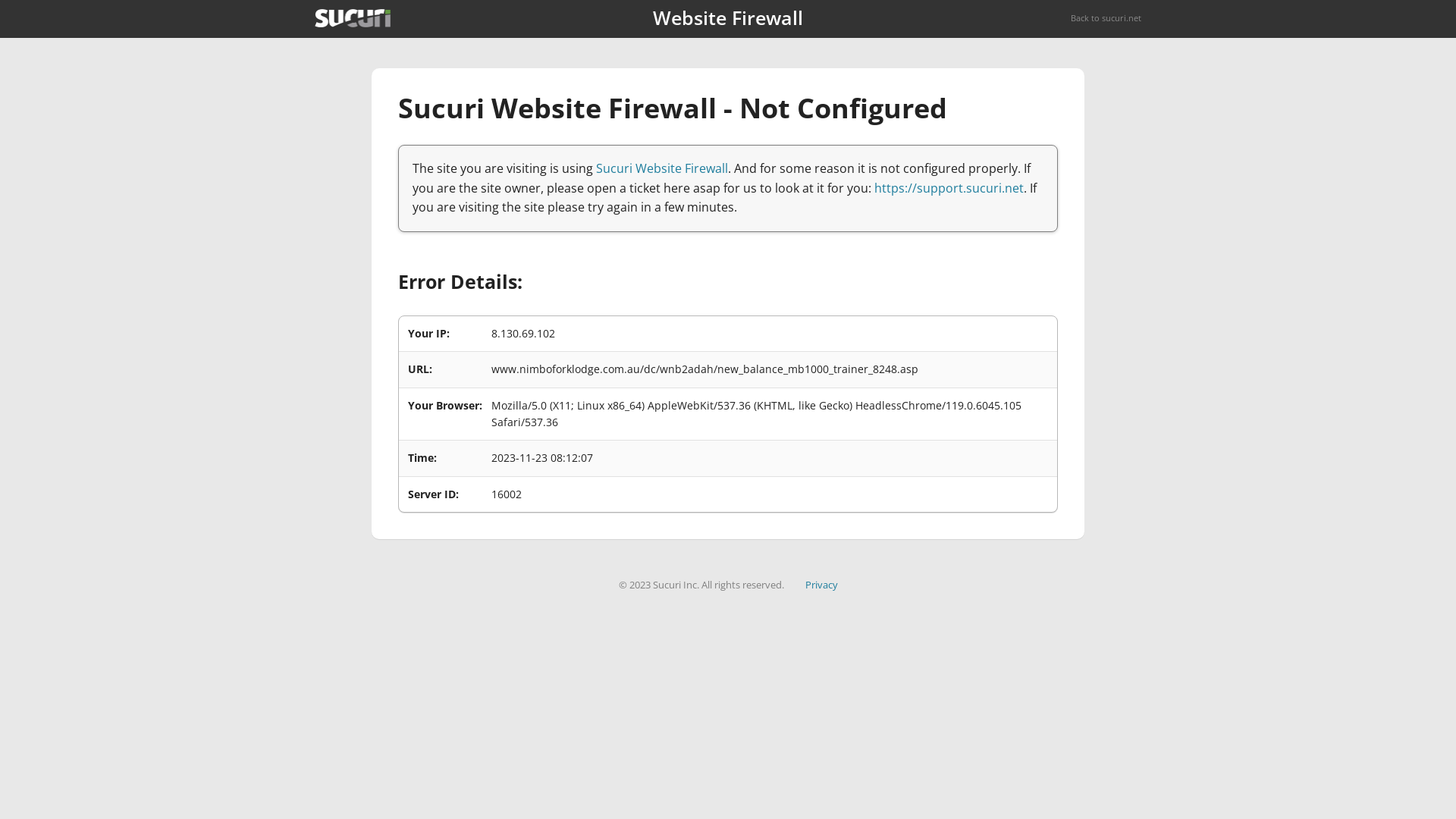 The width and height of the screenshot is (1456, 819). Describe the element at coordinates (804, 584) in the screenshot. I see `'Privacy'` at that location.